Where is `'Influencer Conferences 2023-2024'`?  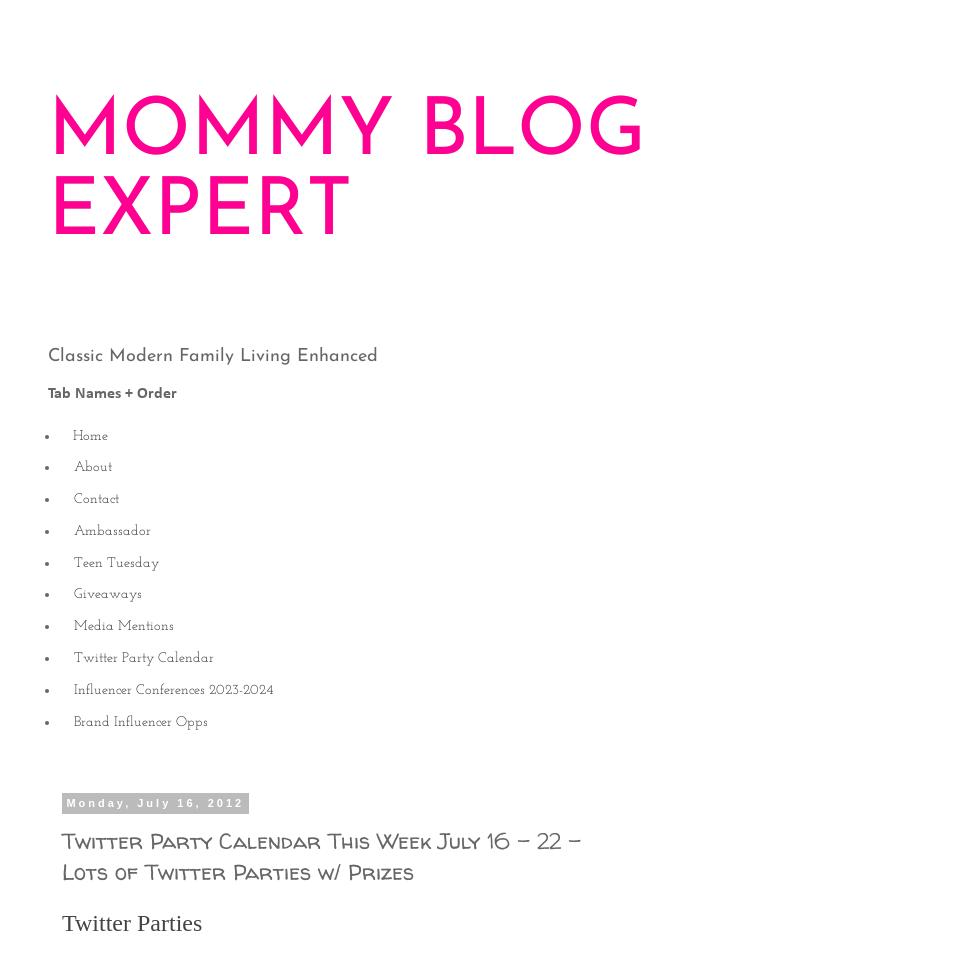 'Influencer Conferences 2023-2024' is located at coordinates (173, 688).